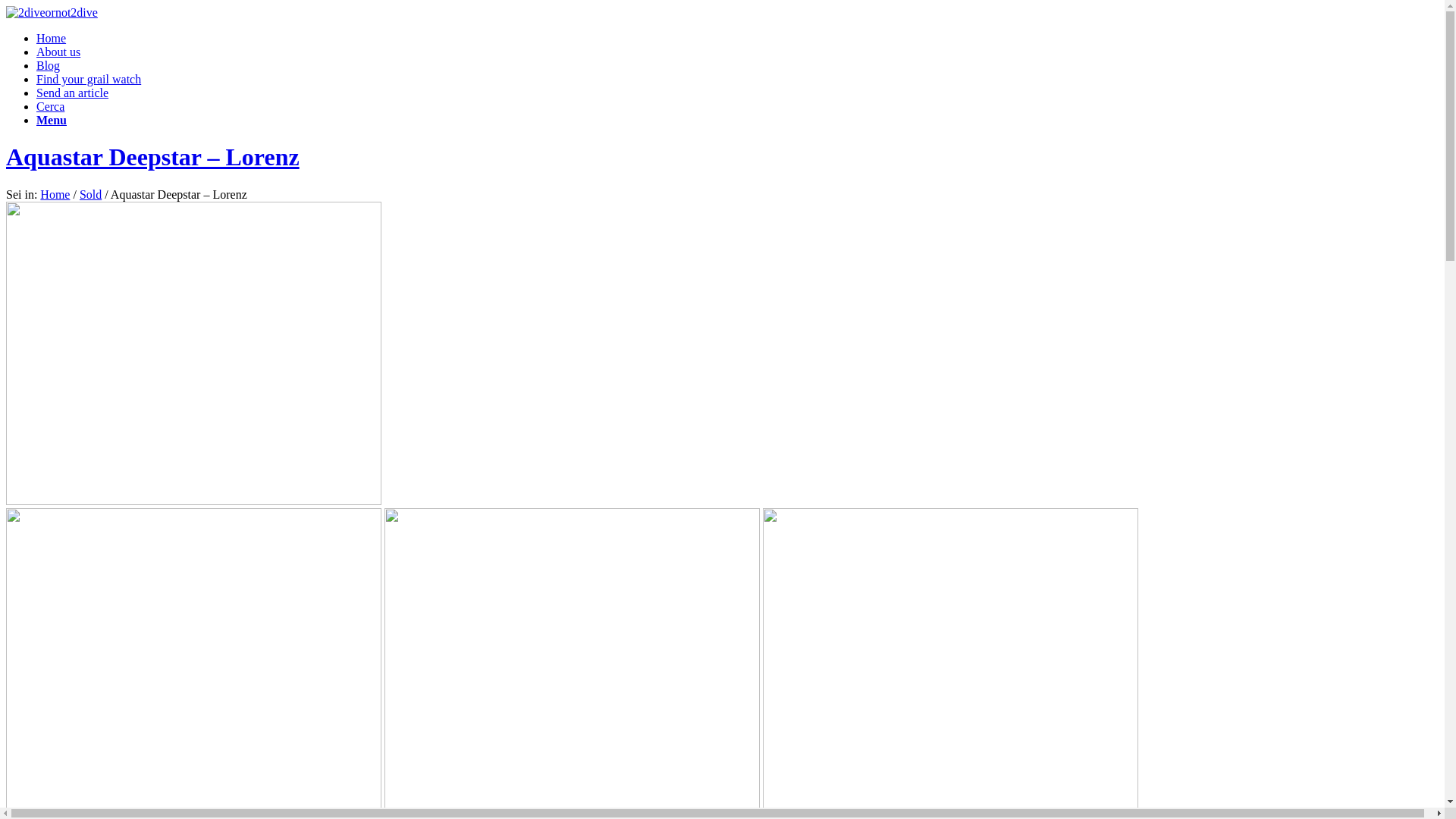  Describe the element at coordinates (71, 93) in the screenshot. I see `'Send an article'` at that location.